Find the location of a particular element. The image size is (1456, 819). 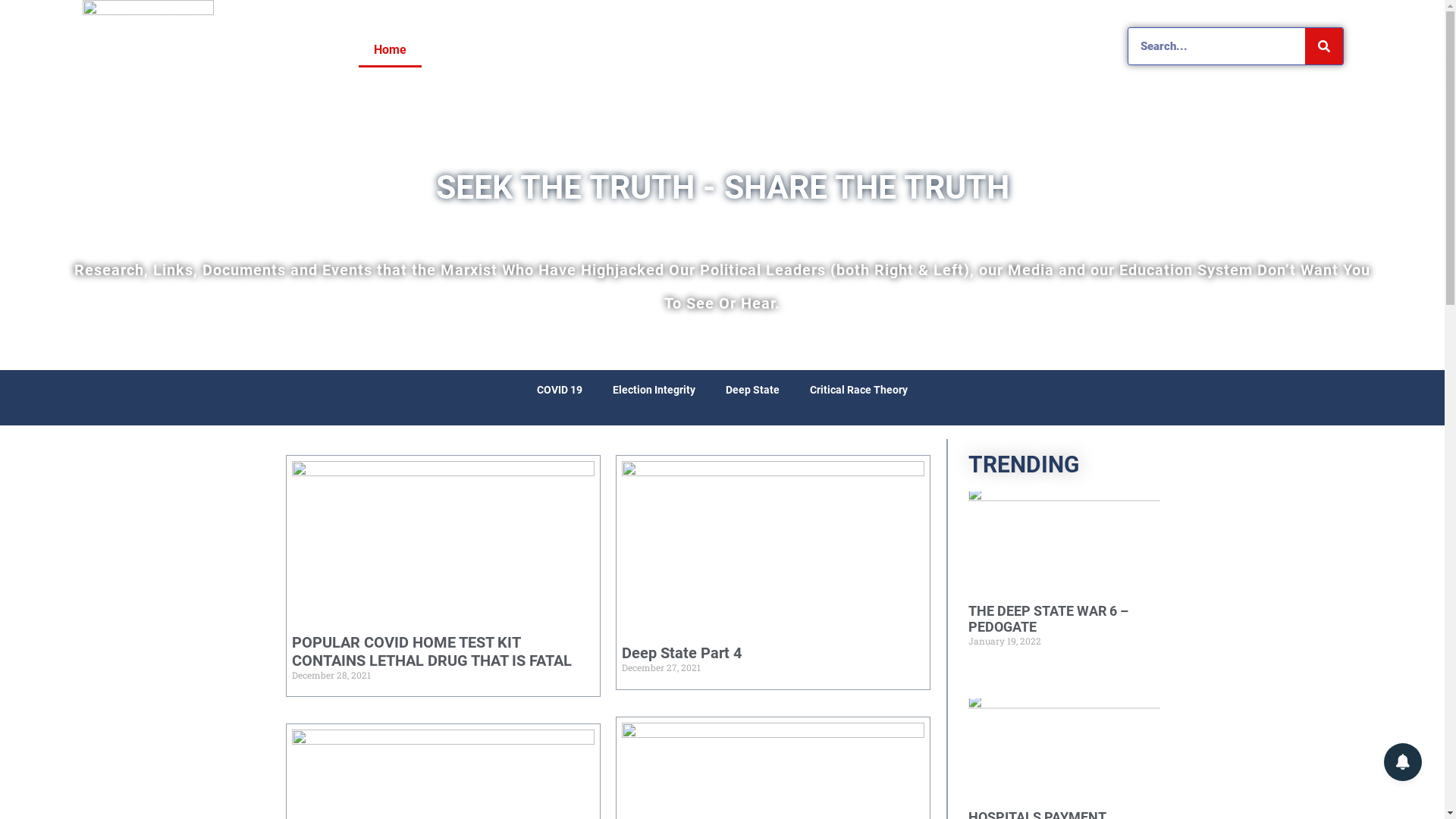

'Home' is located at coordinates (390, 49).